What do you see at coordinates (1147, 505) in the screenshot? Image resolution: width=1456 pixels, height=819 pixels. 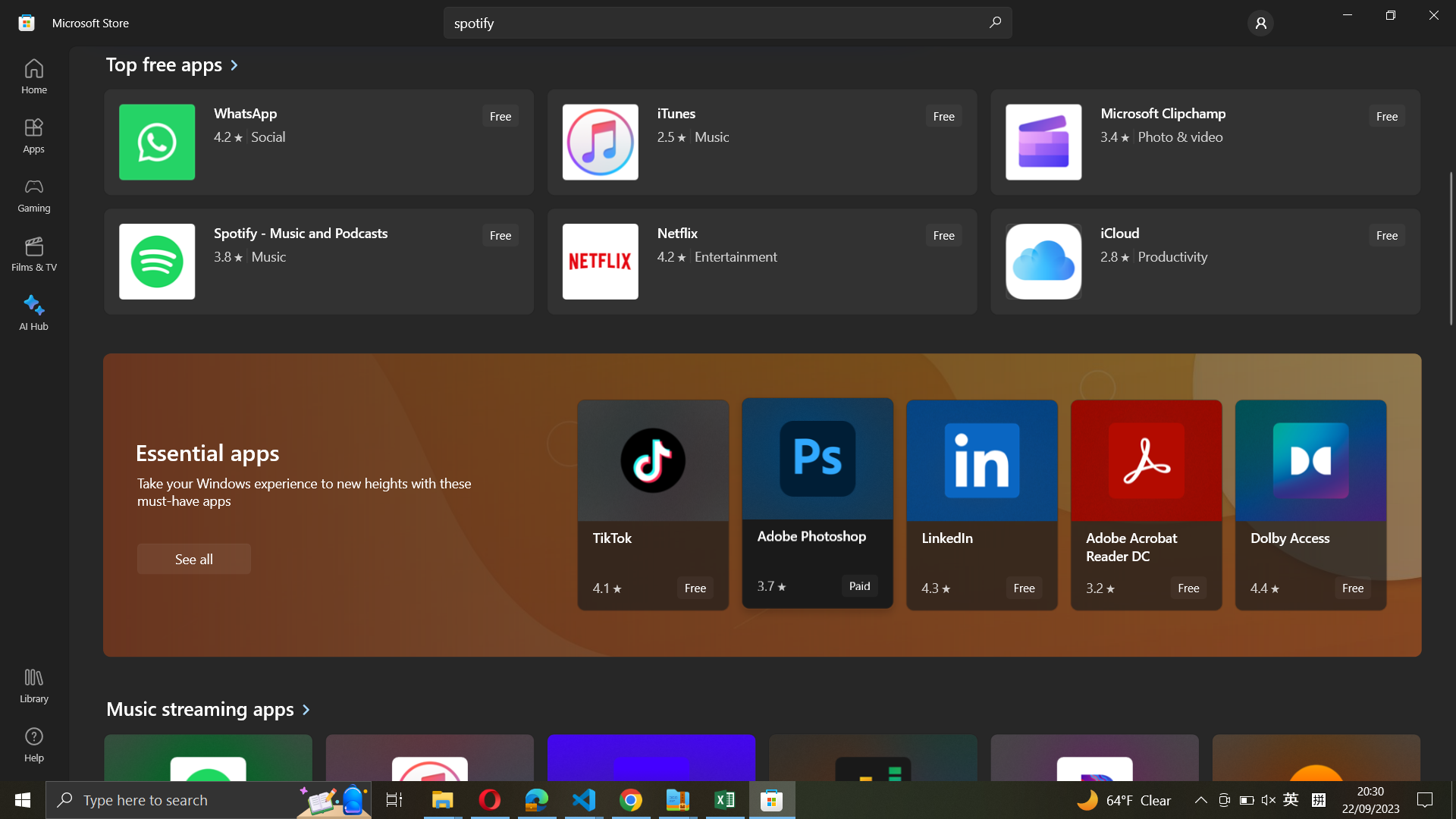 I see `Adobe Acrobat Reader DC` at bounding box center [1147, 505].